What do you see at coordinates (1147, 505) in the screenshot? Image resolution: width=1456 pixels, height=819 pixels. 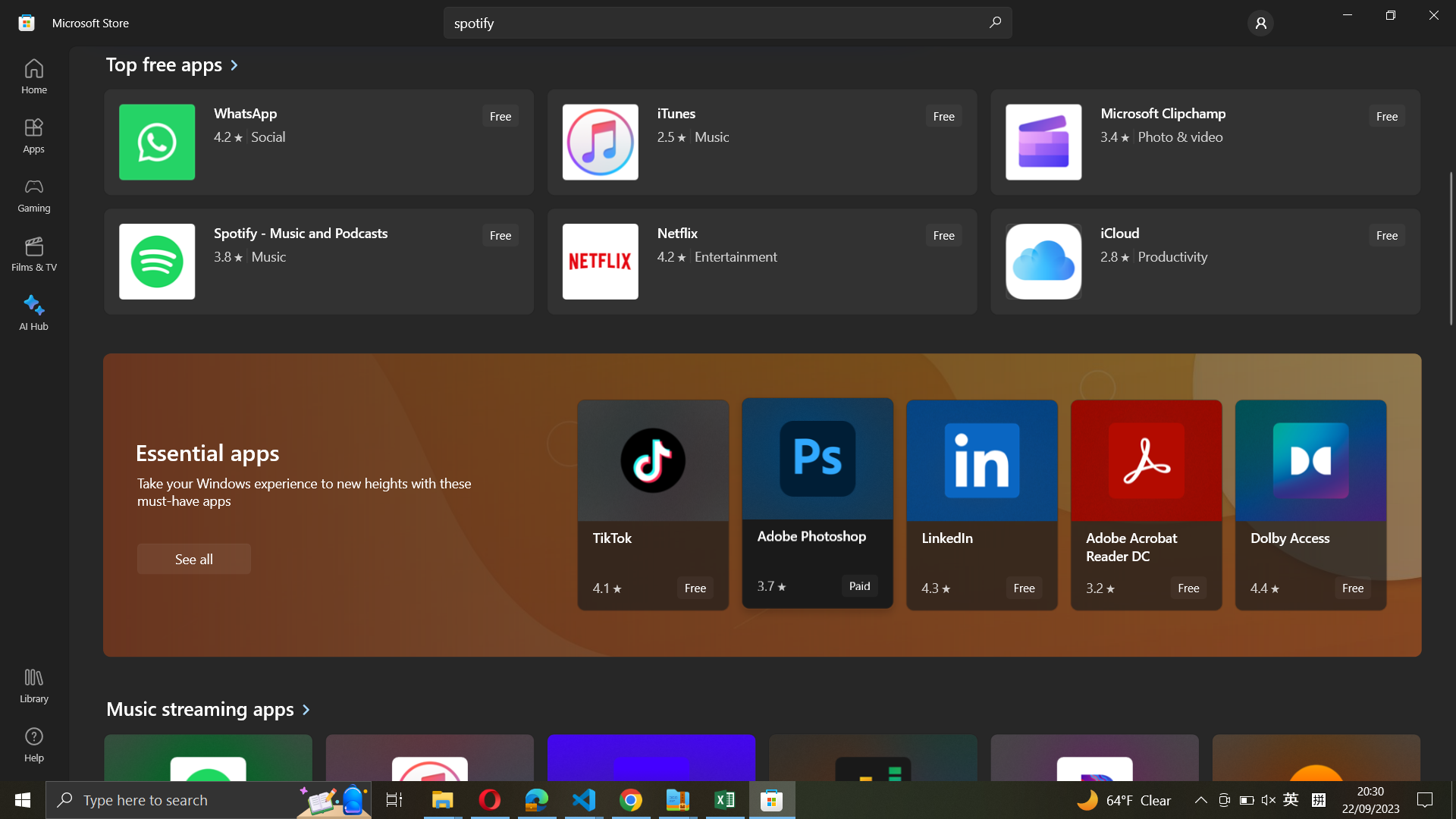 I see `Adobe Acrobat Reader DC` at bounding box center [1147, 505].